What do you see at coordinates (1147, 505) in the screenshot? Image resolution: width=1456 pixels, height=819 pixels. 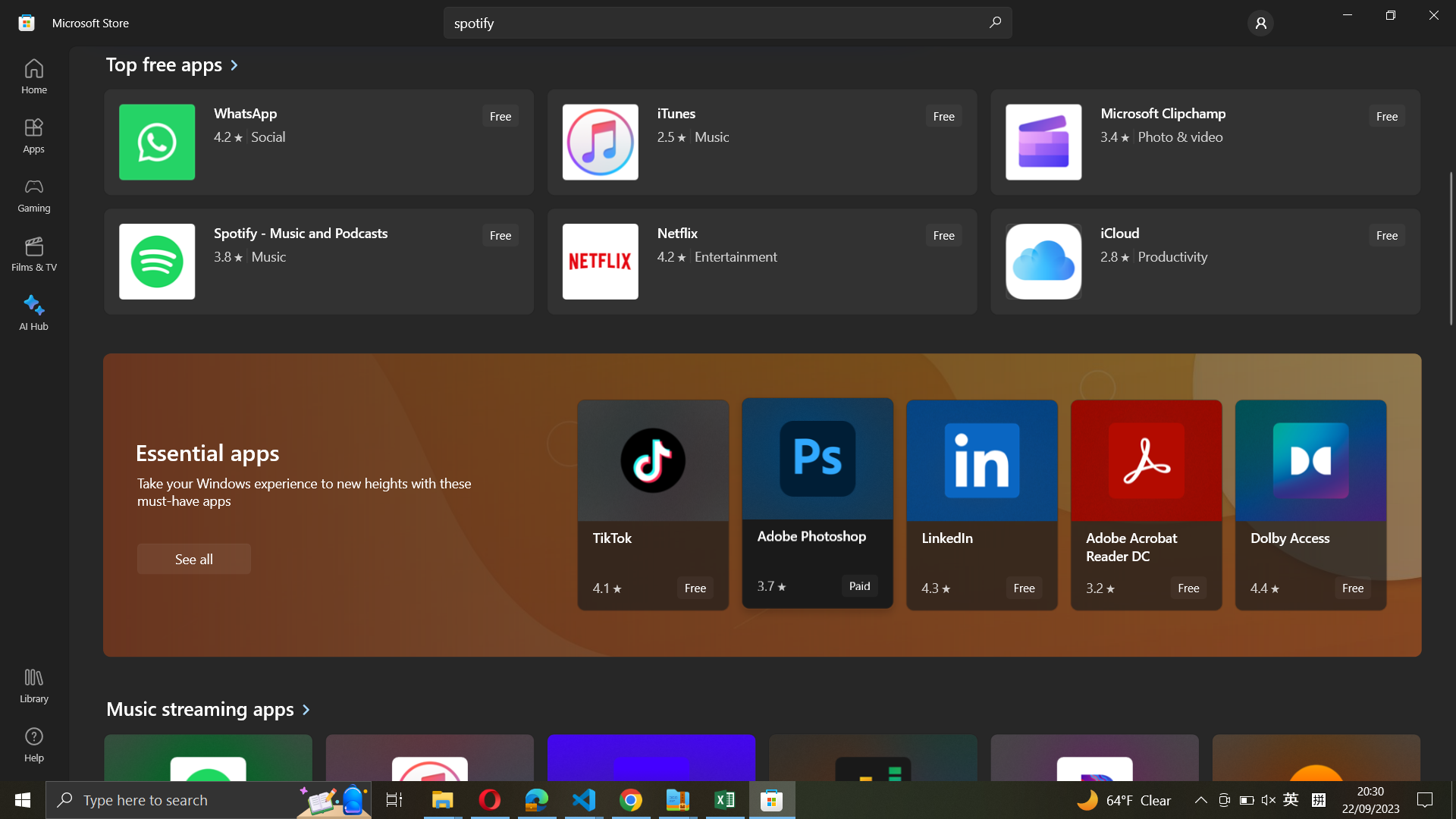 I see `Adobe Acrobat Reader DC` at bounding box center [1147, 505].